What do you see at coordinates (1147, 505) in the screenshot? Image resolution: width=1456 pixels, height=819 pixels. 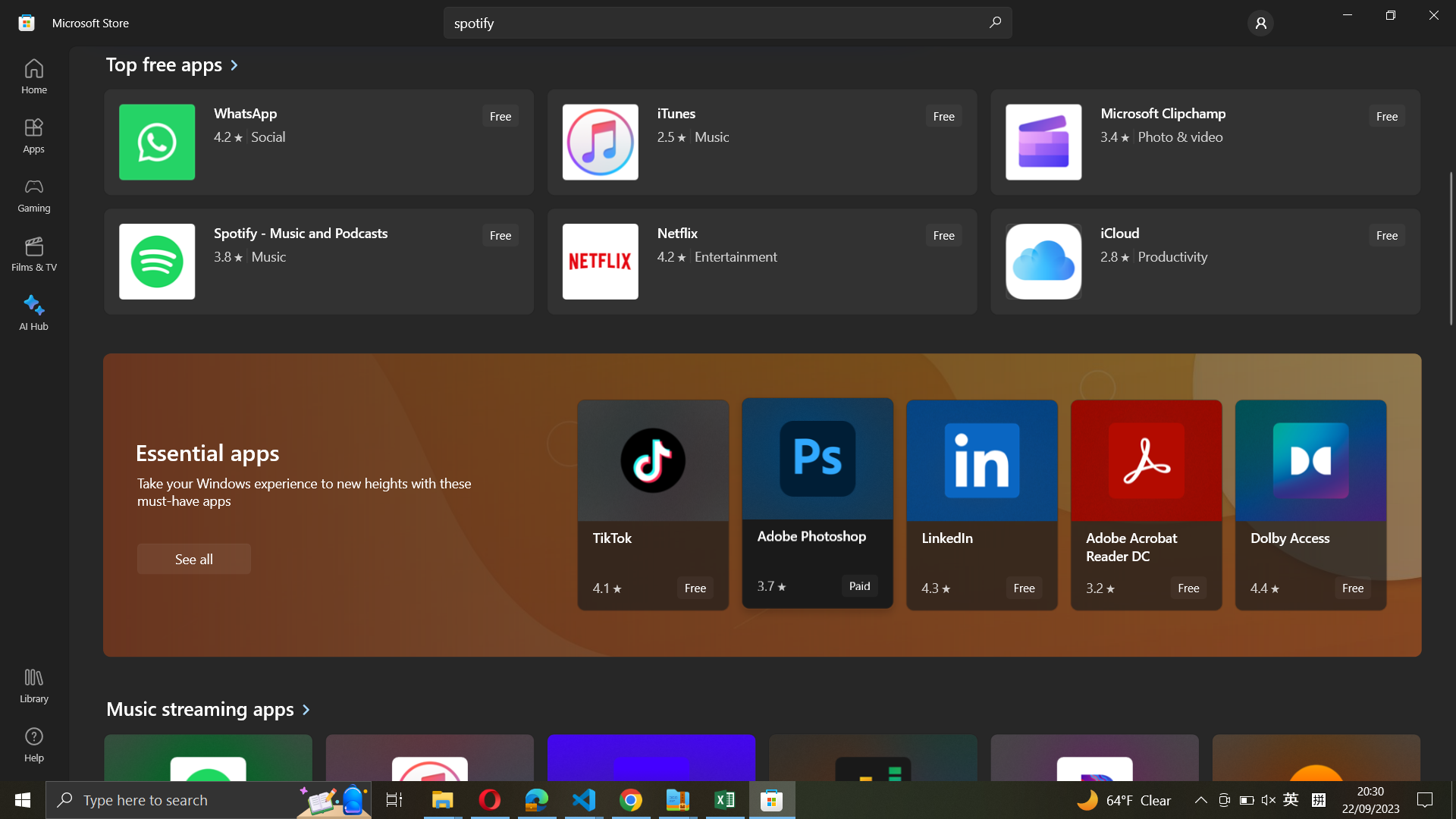 I see `Adobe Acrobat Reader DC` at bounding box center [1147, 505].